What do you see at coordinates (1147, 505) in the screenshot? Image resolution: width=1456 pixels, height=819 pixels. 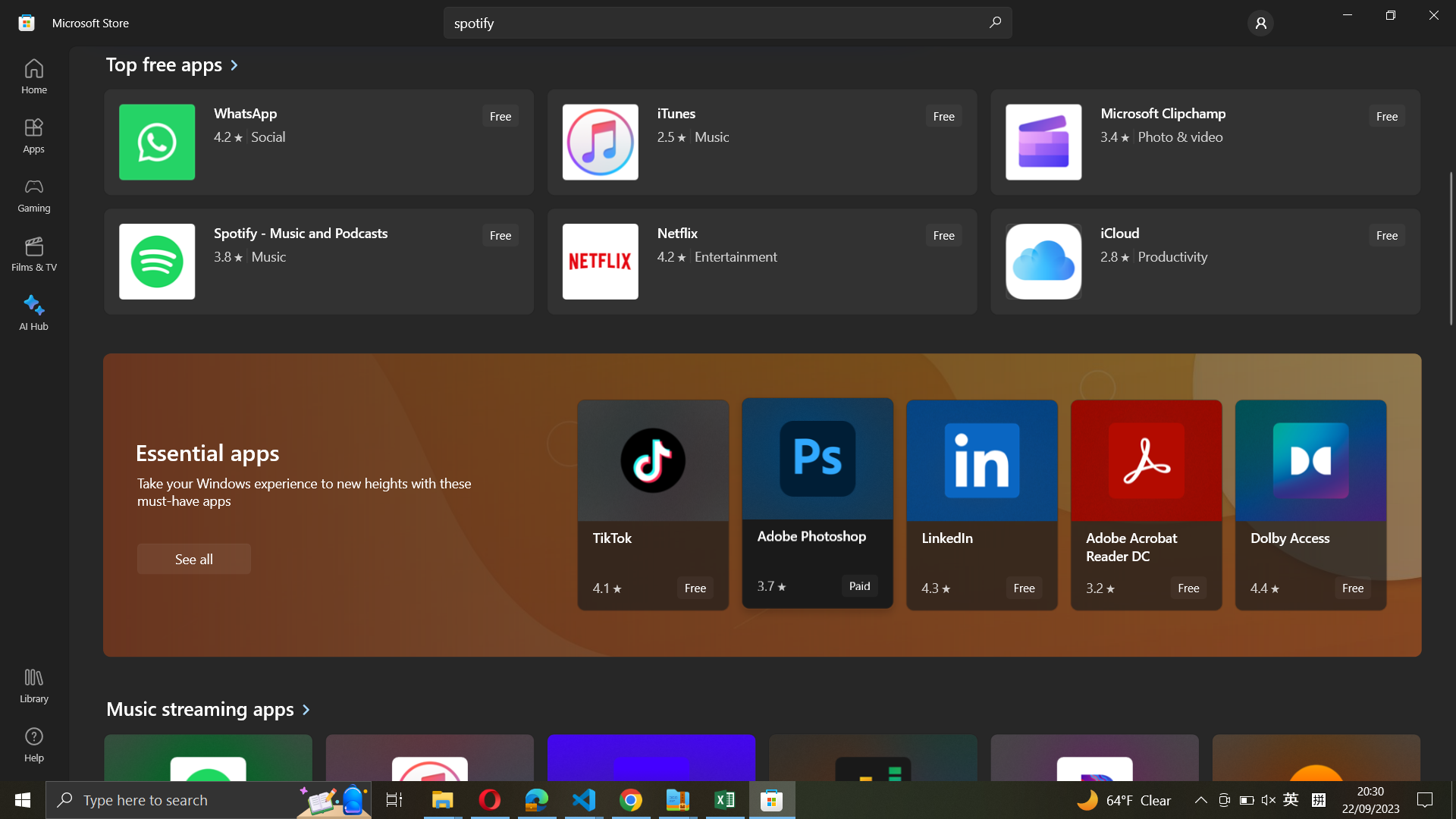 I see `Adobe Acrobat Reader DC` at bounding box center [1147, 505].